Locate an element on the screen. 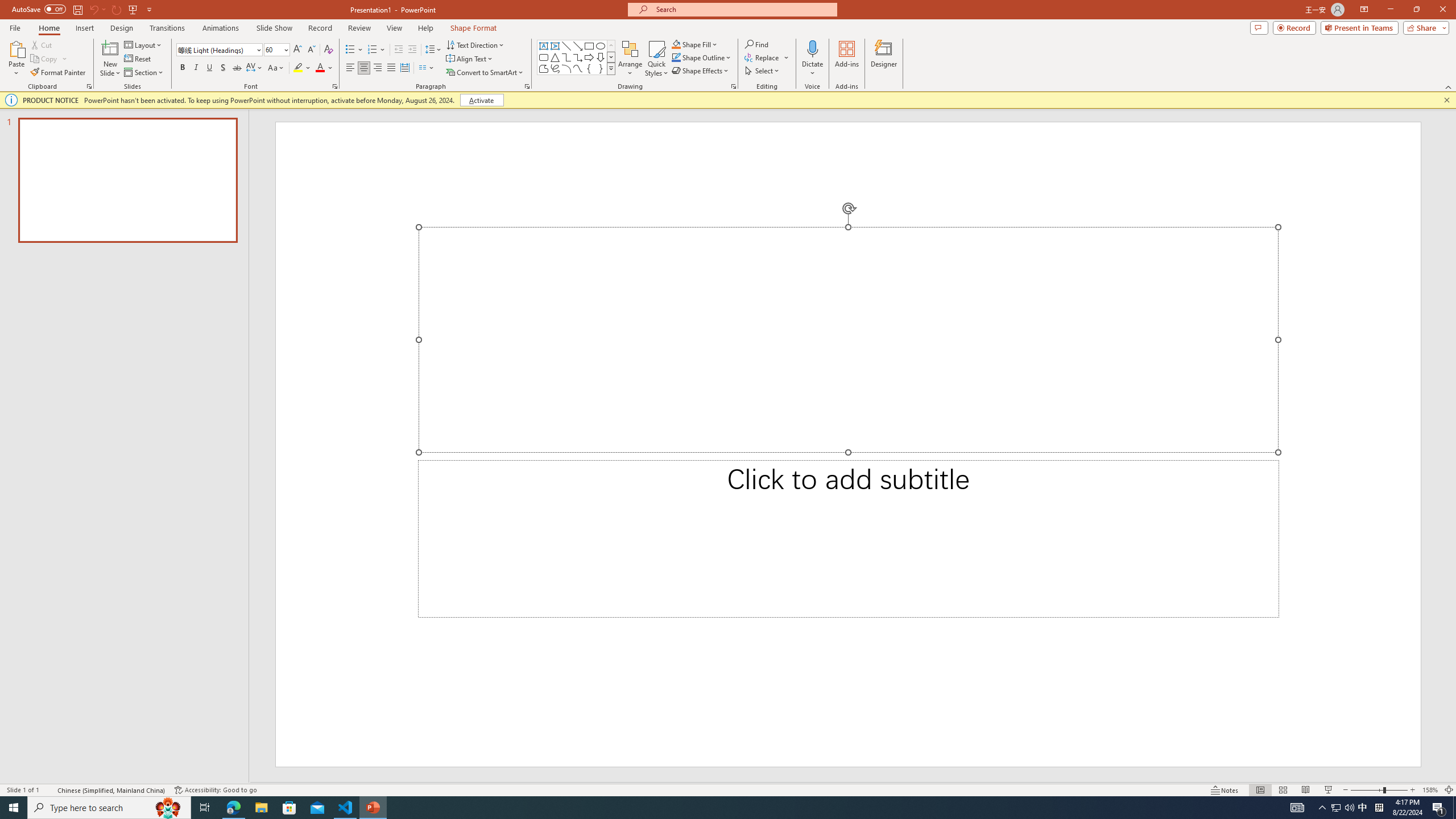 The image size is (1456, 819). 'Cut' is located at coordinates (42, 44).